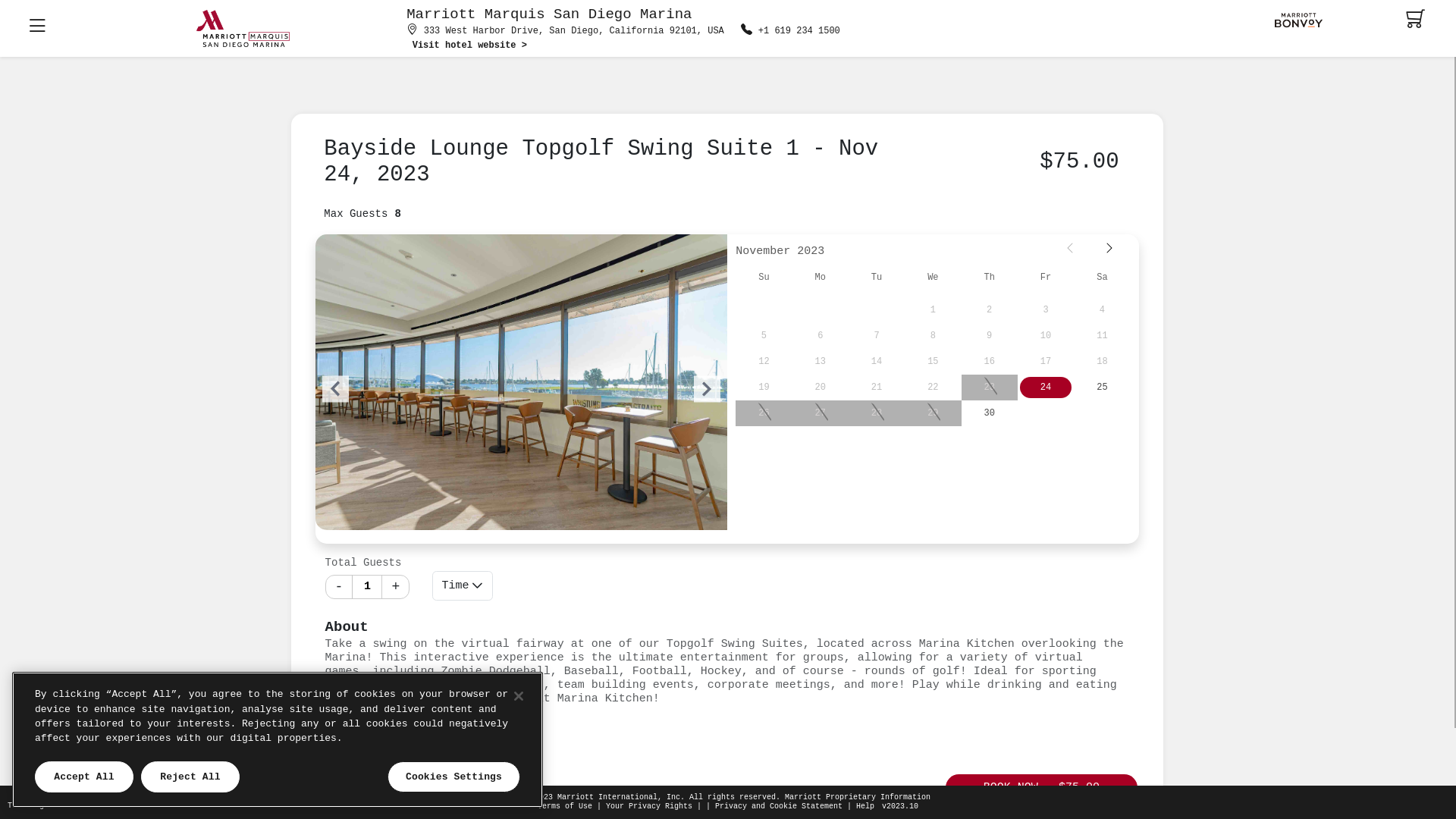 This screenshot has width=1456, height=819. What do you see at coordinates (865, 805) in the screenshot?
I see `'Help'` at bounding box center [865, 805].